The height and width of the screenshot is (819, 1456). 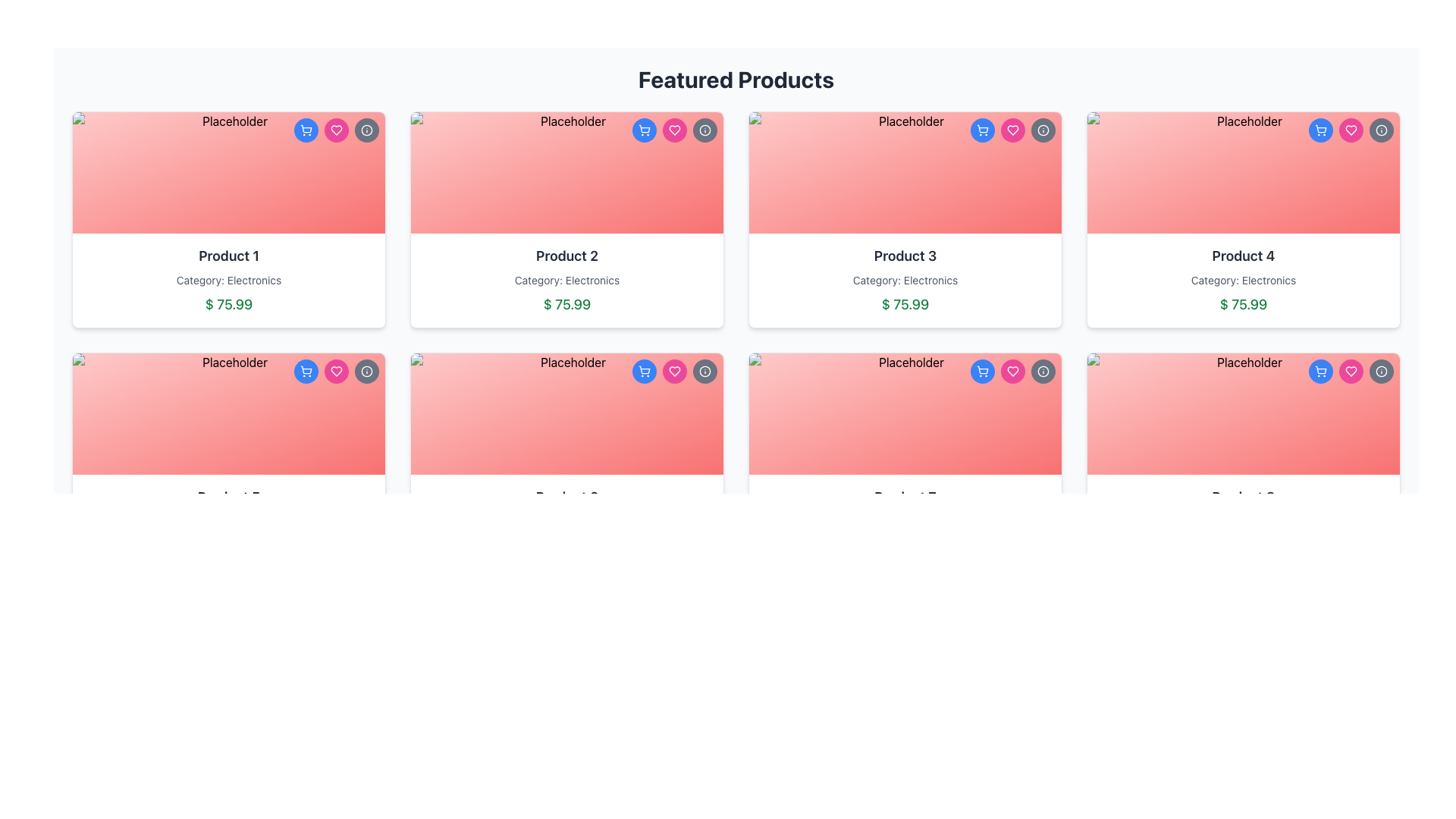 I want to click on the informational icon button located as the fourth button in the row of action icons on the top-right corner of the 'Product 1' card, so click(x=367, y=130).